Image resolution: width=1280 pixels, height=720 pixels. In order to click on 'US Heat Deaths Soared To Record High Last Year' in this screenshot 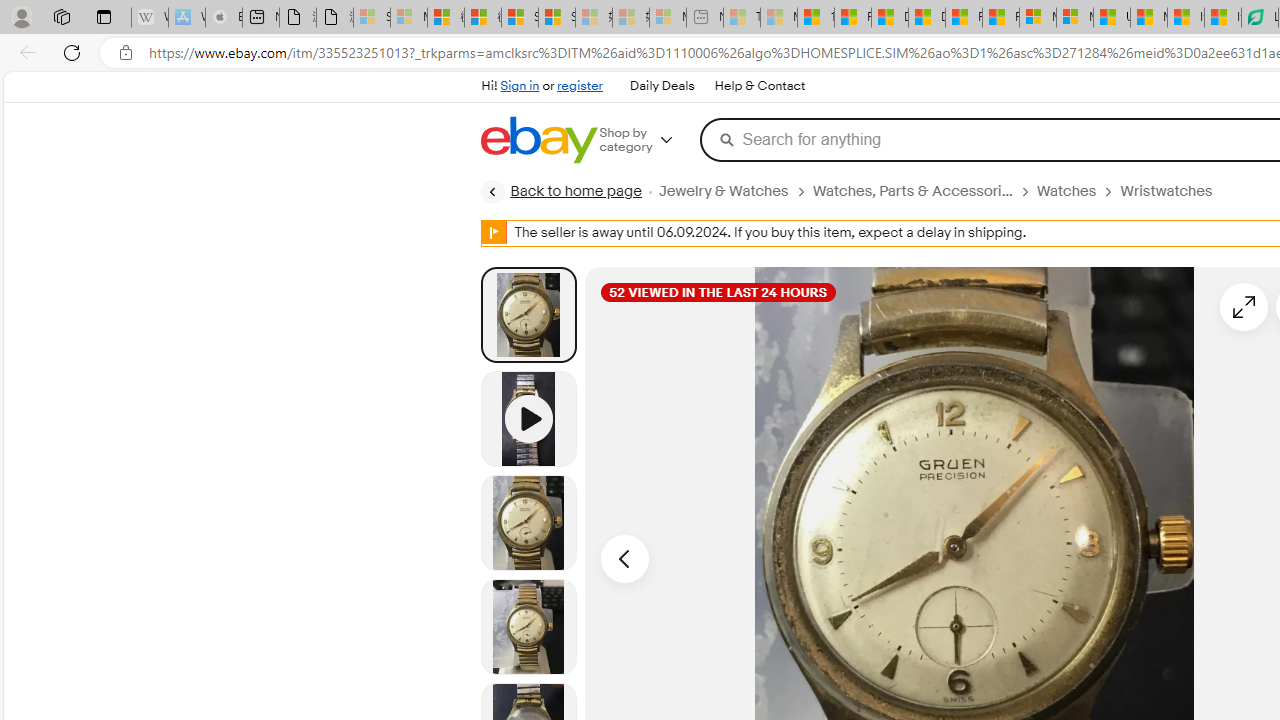, I will do `click(1111, 17)`.